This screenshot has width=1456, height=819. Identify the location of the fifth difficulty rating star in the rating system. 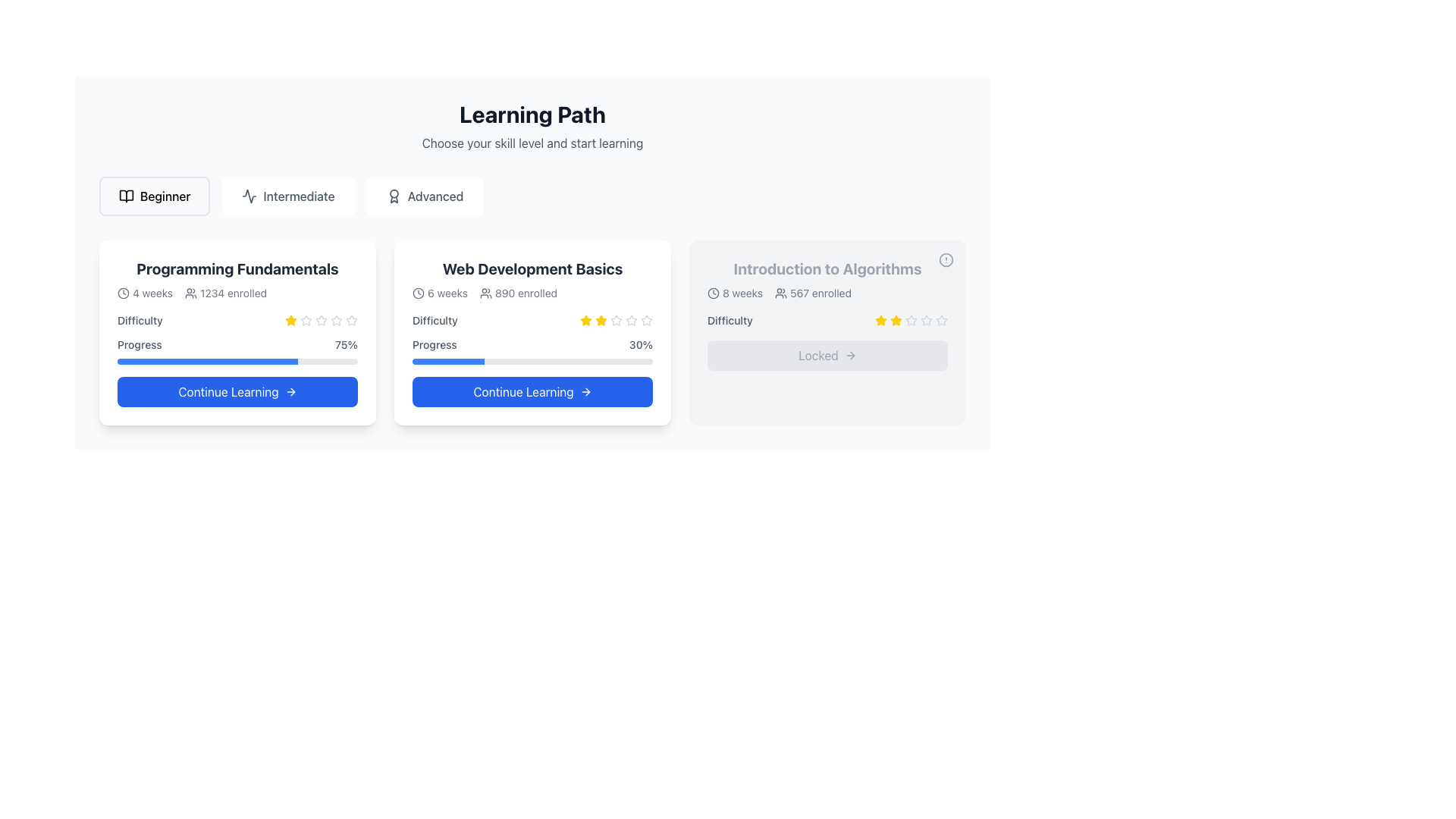
(941, 320).